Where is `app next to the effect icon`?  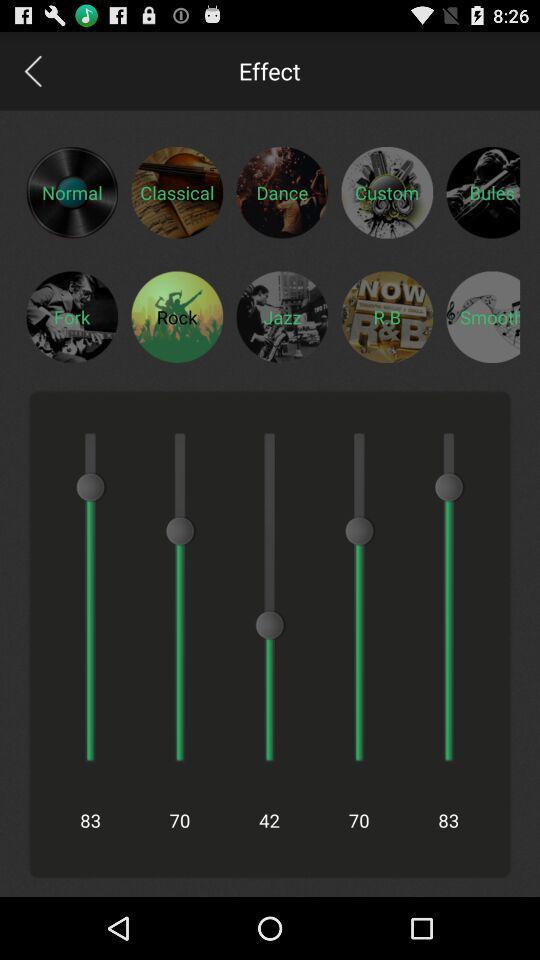
app next to the effect icon is located at coordinates (31, 70).